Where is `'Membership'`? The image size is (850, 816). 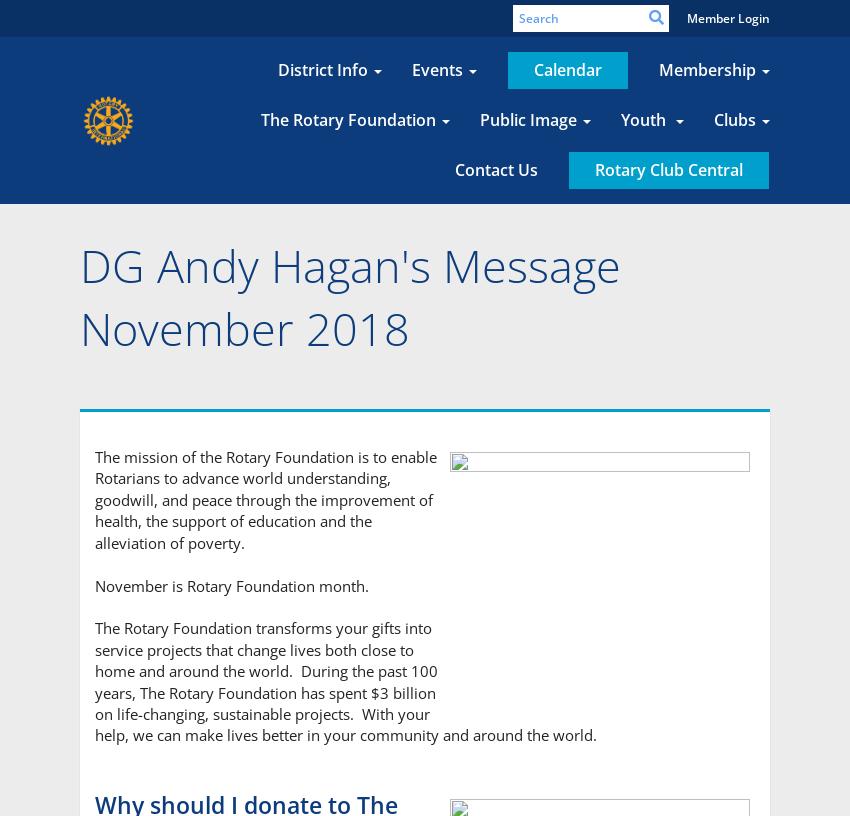 'Membership' is located at coordinates (706, 69).